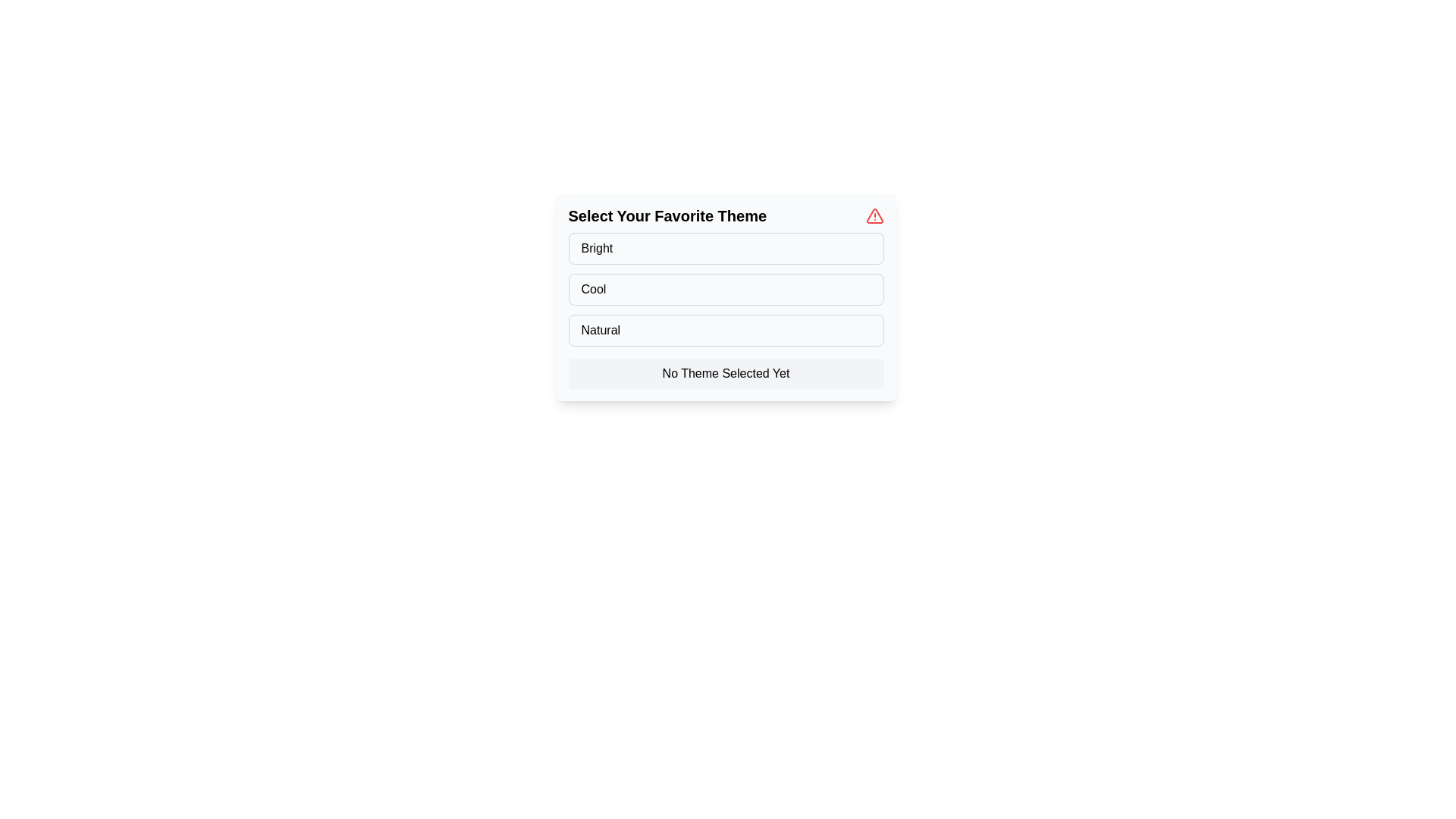 The image size is (1456, 819). What do you see at coordinates (725, 289) in the screenshot?
I see `the 'Cool' button located in the vertical list of choices within the 'Select Your Favorite Theme' card` at bounding box center [725, 289].